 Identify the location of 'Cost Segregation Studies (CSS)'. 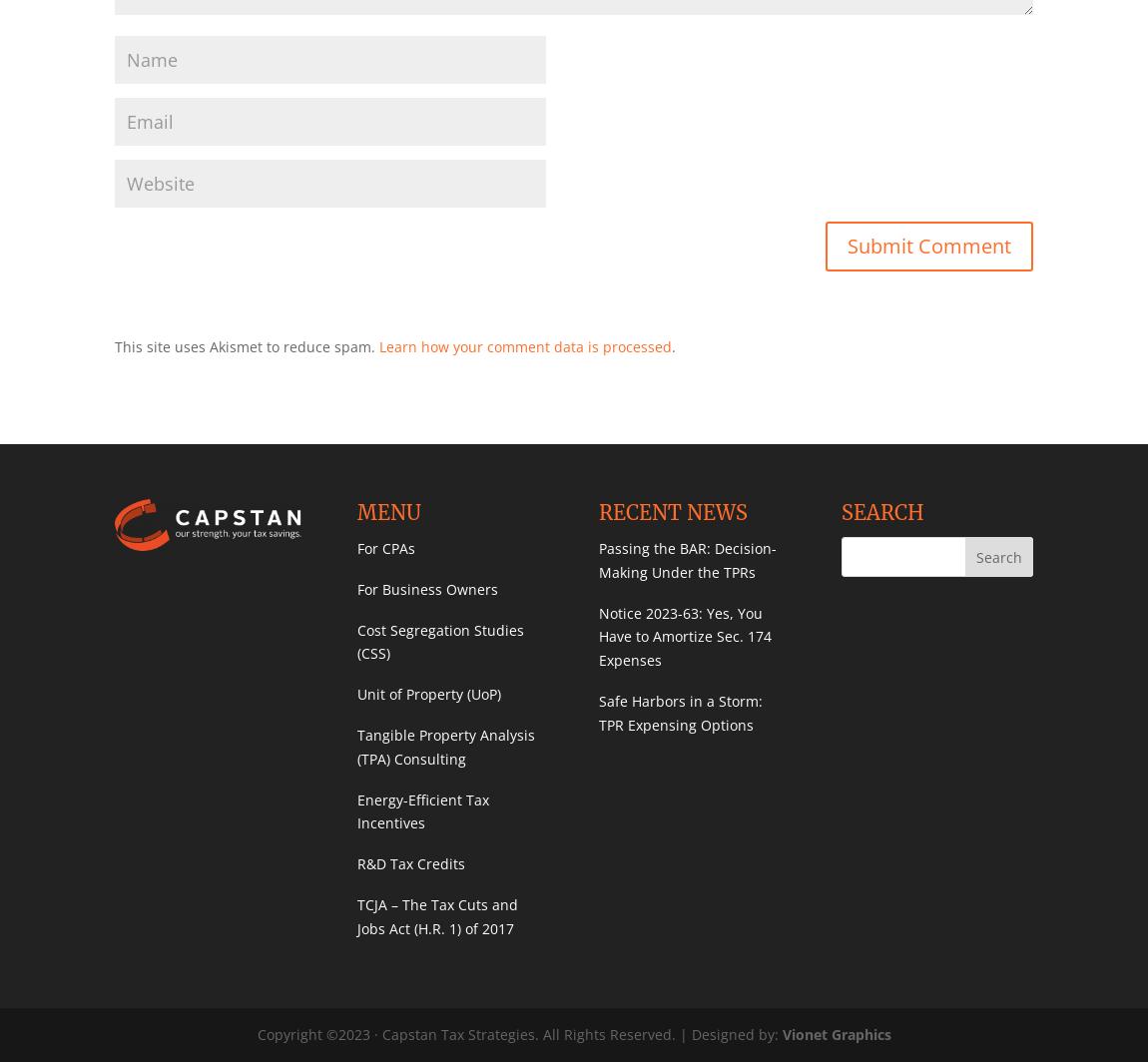
(439, 641).